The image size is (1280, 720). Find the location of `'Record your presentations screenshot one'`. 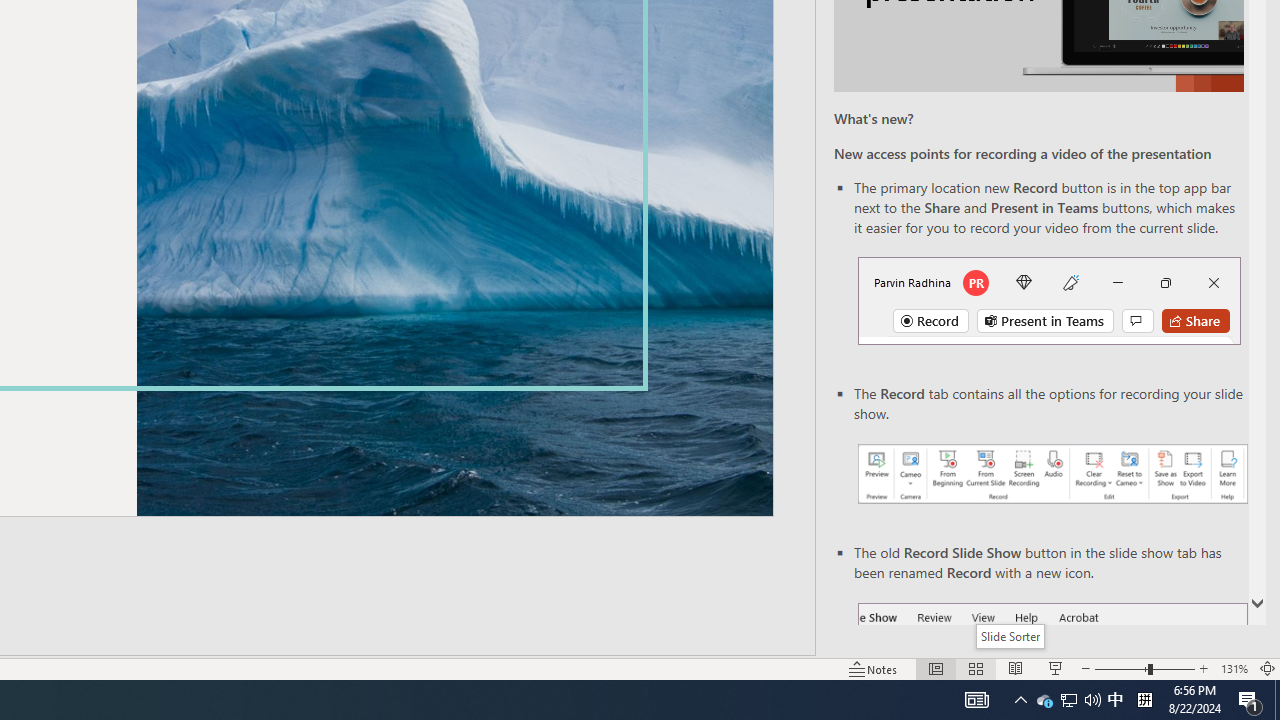

'Record your presentations screenshot one' is located at coordinates (1051, 474).